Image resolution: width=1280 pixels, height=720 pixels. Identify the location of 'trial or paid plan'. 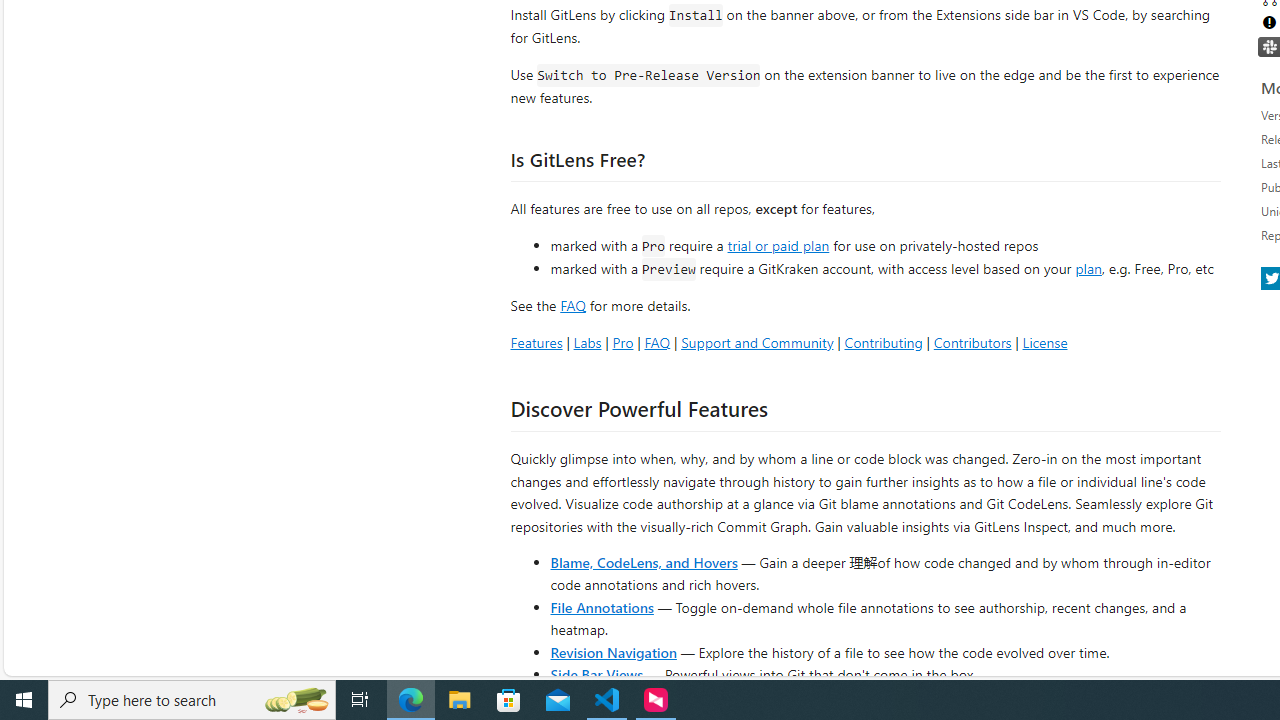
(777, 243).